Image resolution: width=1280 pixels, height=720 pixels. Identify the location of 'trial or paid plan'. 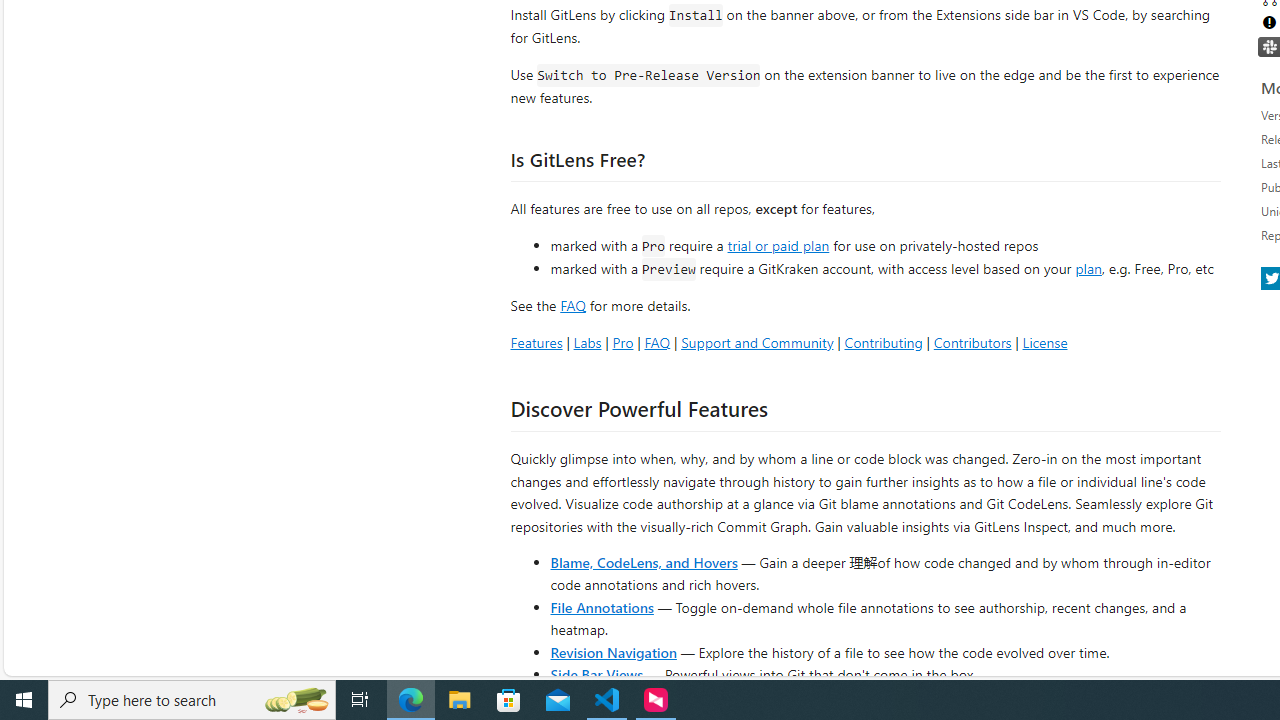
(777, 243).